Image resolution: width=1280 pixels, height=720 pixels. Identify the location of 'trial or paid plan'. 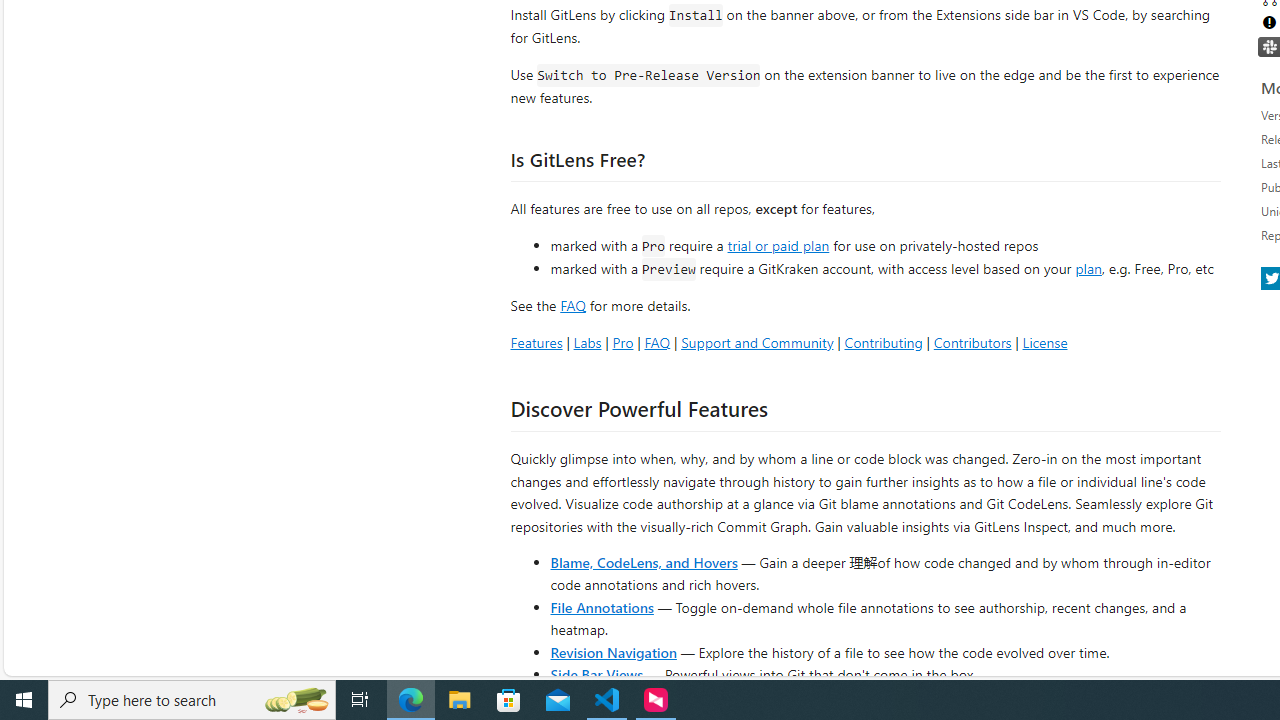
(777, 243).